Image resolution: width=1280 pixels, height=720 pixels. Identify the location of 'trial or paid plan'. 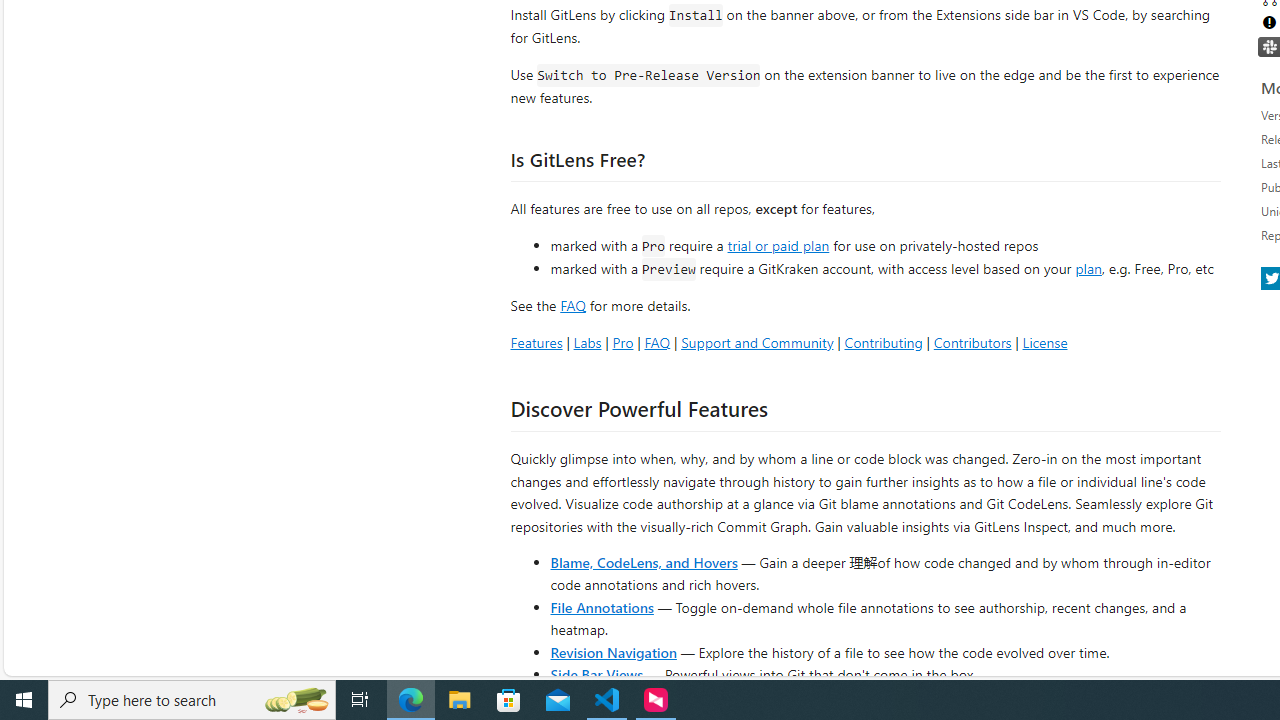
(777, 243).